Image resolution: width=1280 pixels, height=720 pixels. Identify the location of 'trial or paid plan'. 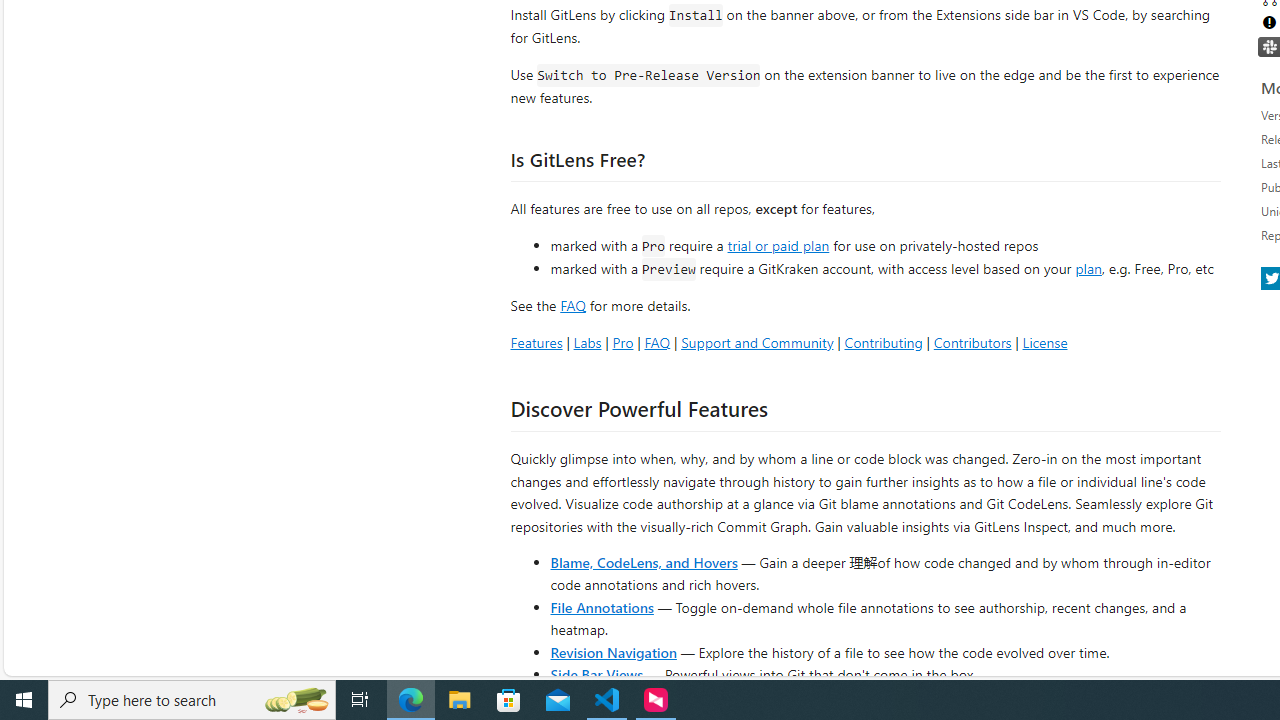
(777, 243).